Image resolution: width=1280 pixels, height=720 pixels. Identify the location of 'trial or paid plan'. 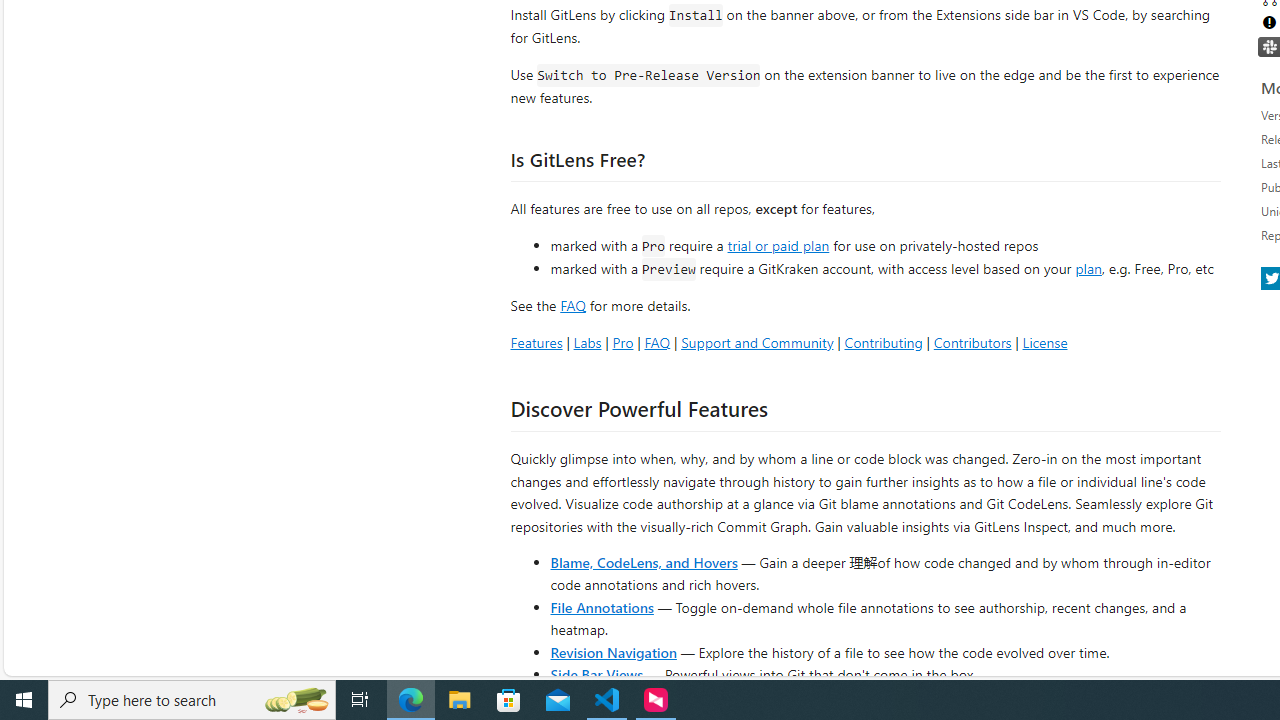
(777, 243).